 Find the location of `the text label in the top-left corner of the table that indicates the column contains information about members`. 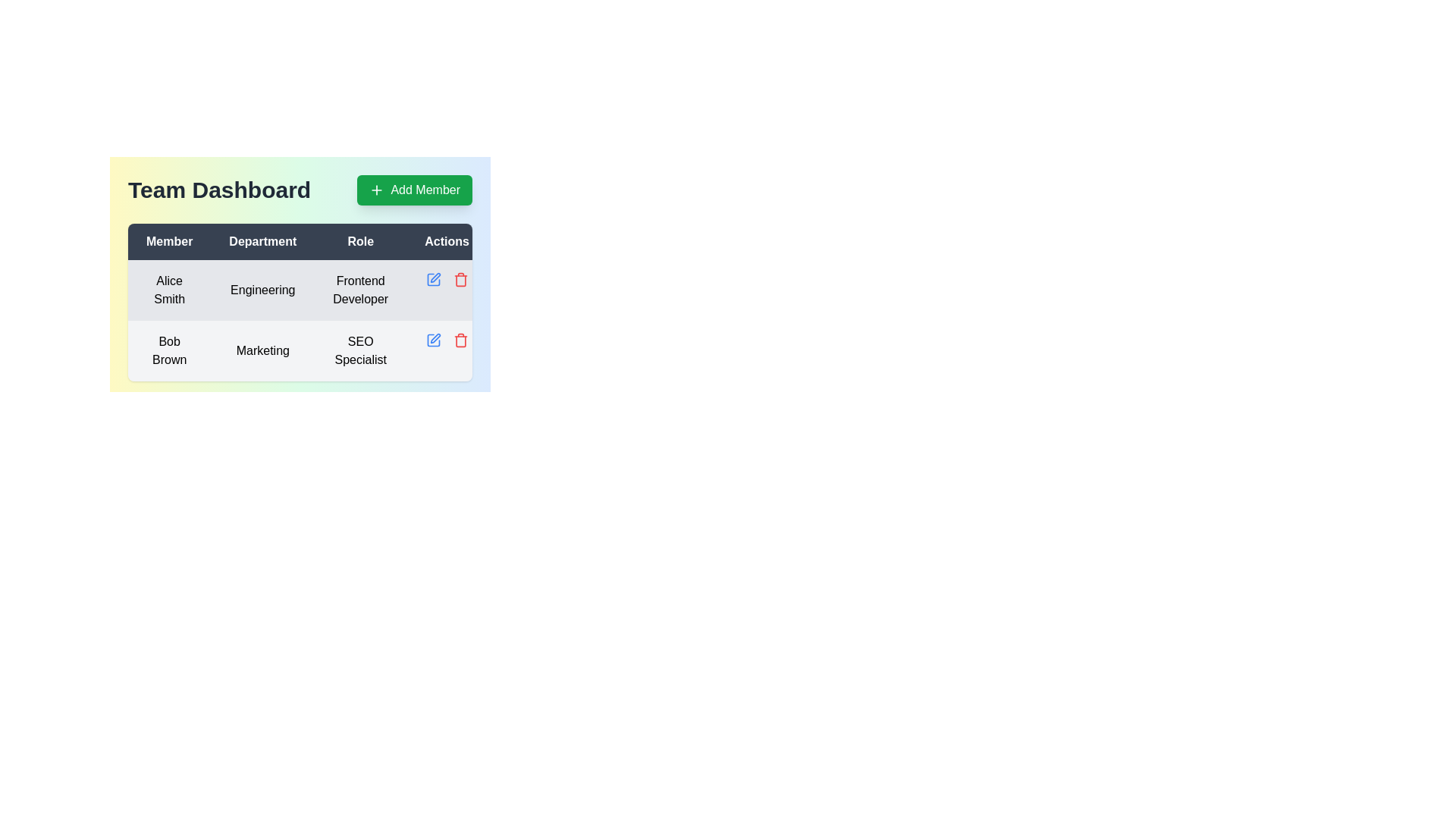

the text label in the top-left corner of the table that indicates the column contains information about members is located at coordinates (169, 241).